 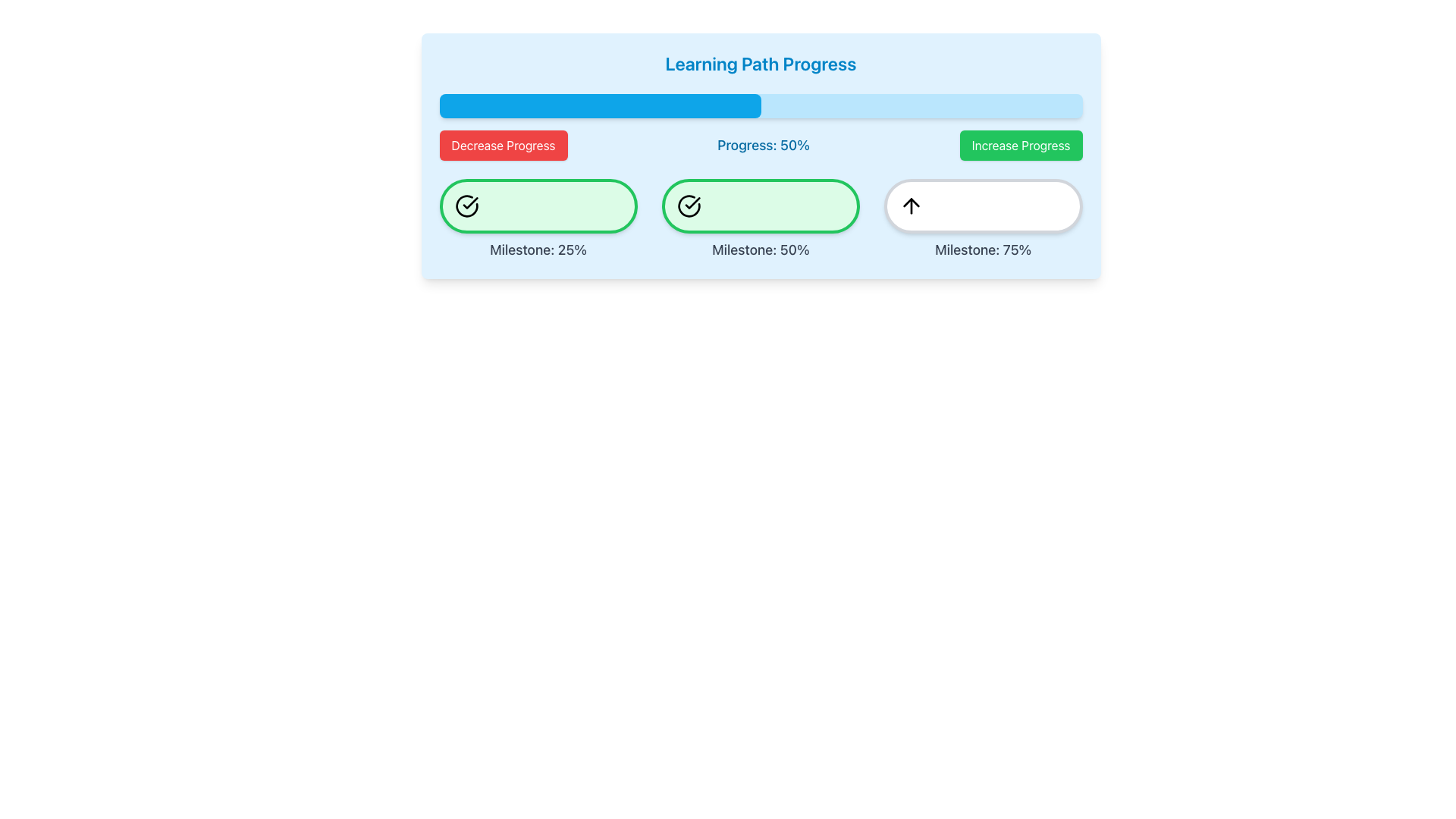 What do you see at coordinates (504, 146) in the screenshot?
I see `the vibrant red button labeled 'Decrease Progress' located below the progress bar` at bounding box center [504, 146].